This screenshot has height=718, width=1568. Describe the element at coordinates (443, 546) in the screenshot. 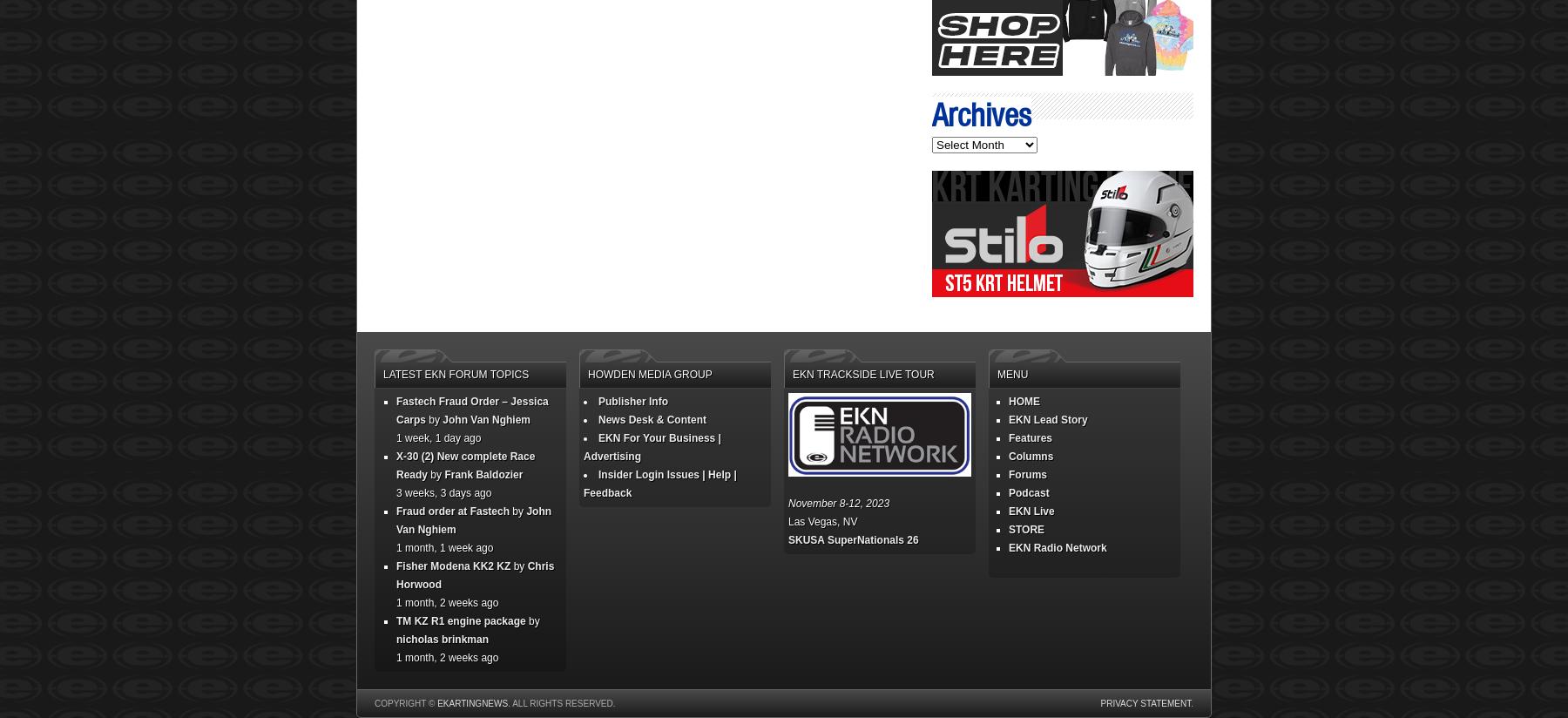

I see `'1 month, 1 week ago'` at that location.